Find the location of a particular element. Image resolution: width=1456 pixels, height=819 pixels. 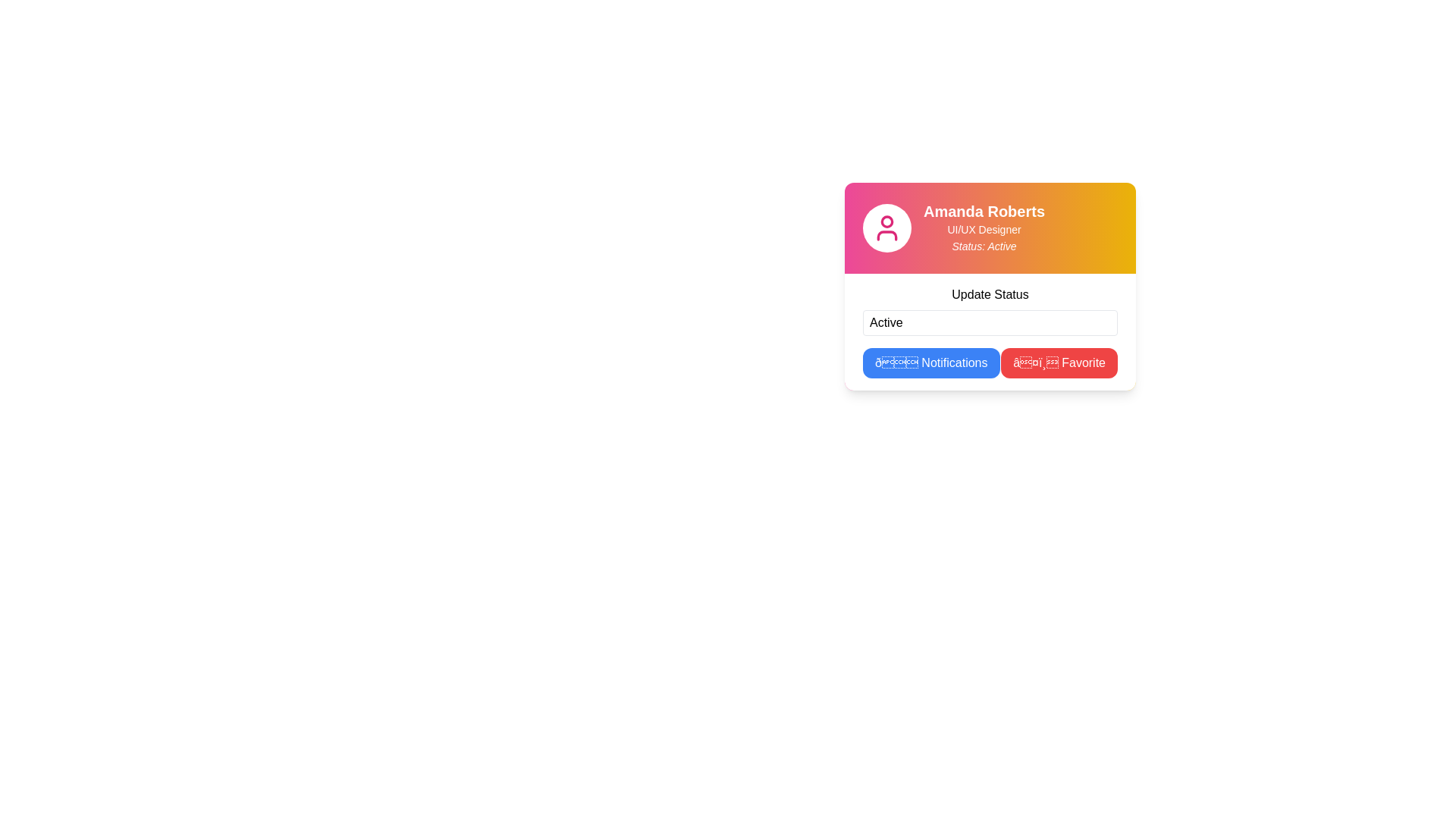

the text label displaying 'Update Status', which is centered above the input field labeled 'Active' is located at coordinates (990, 294).